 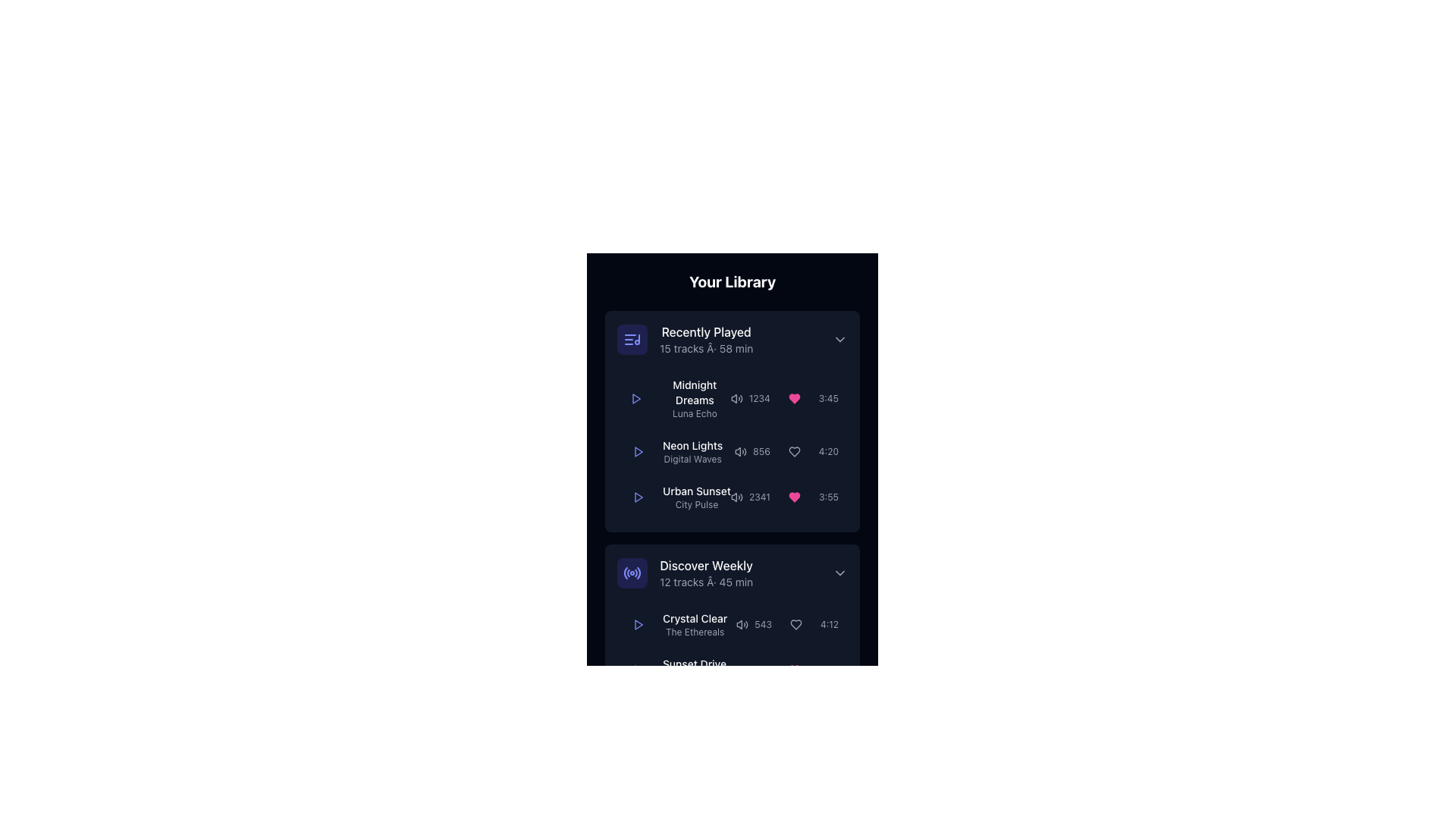 What do you see at coordinates (705, 565) in the screenshot?
I see `text label displaying 'Discover Weekly' in white font on a dark background, located in the 'Your Library' section under the header 'Discover Weekly'` at bounding box center [705, 565].